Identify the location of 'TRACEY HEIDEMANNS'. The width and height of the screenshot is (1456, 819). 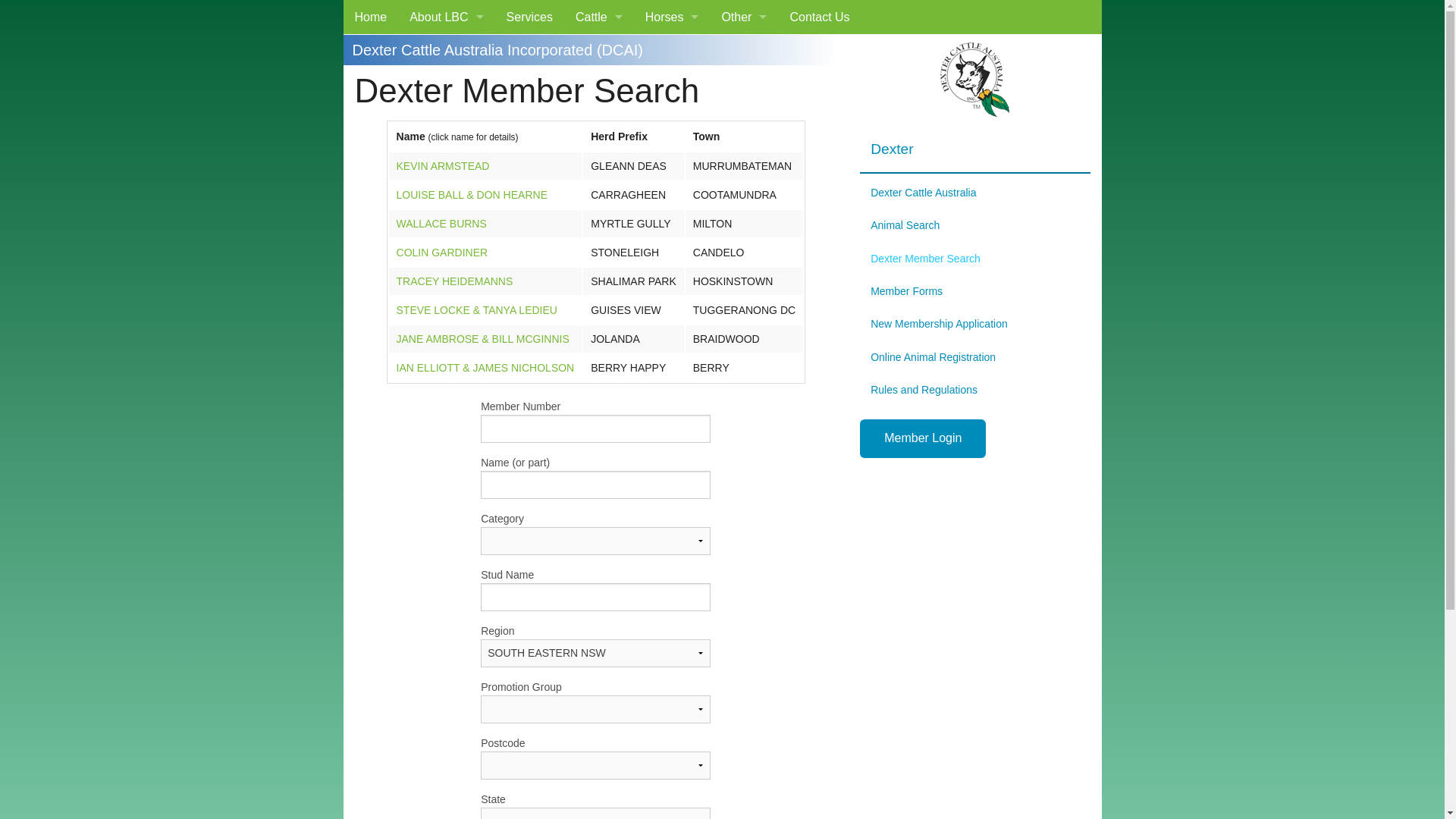
(454, 281).